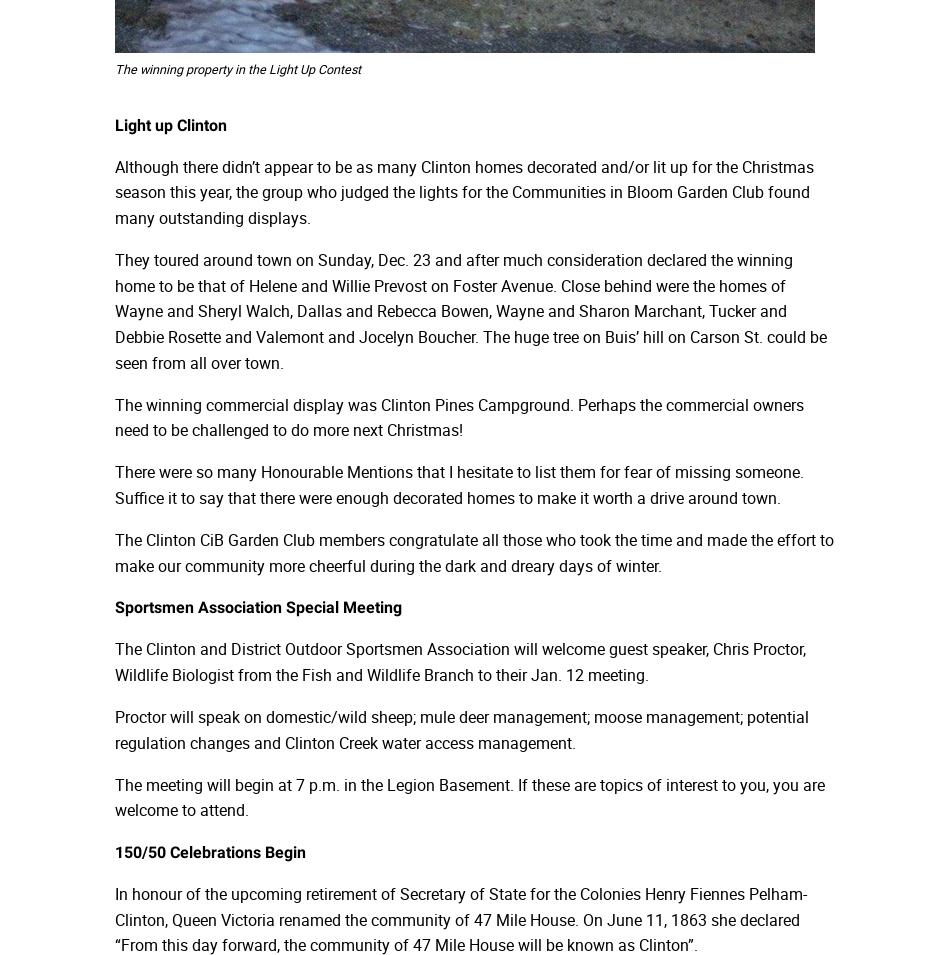 This screenshot has width=950, height=955. Describe the element at coordinates (115, 310) in the screenshot. I see `'They toured around town on Sunday, Dec. 23 and after much consideration declared the winning home to be that of Helene and Willie Prevost on Foster Avenue. Close behind were the homes of Wayne and Sheryl Walch, Dallas and Rebecca Bowen, Wayne and Sharon Marchant, Tucker and Debbie Rosette and Valemont and Jocelyn Boucher. The huge tree on Buis’ hill on Carson St. could be seen from all over town.'` at that location.